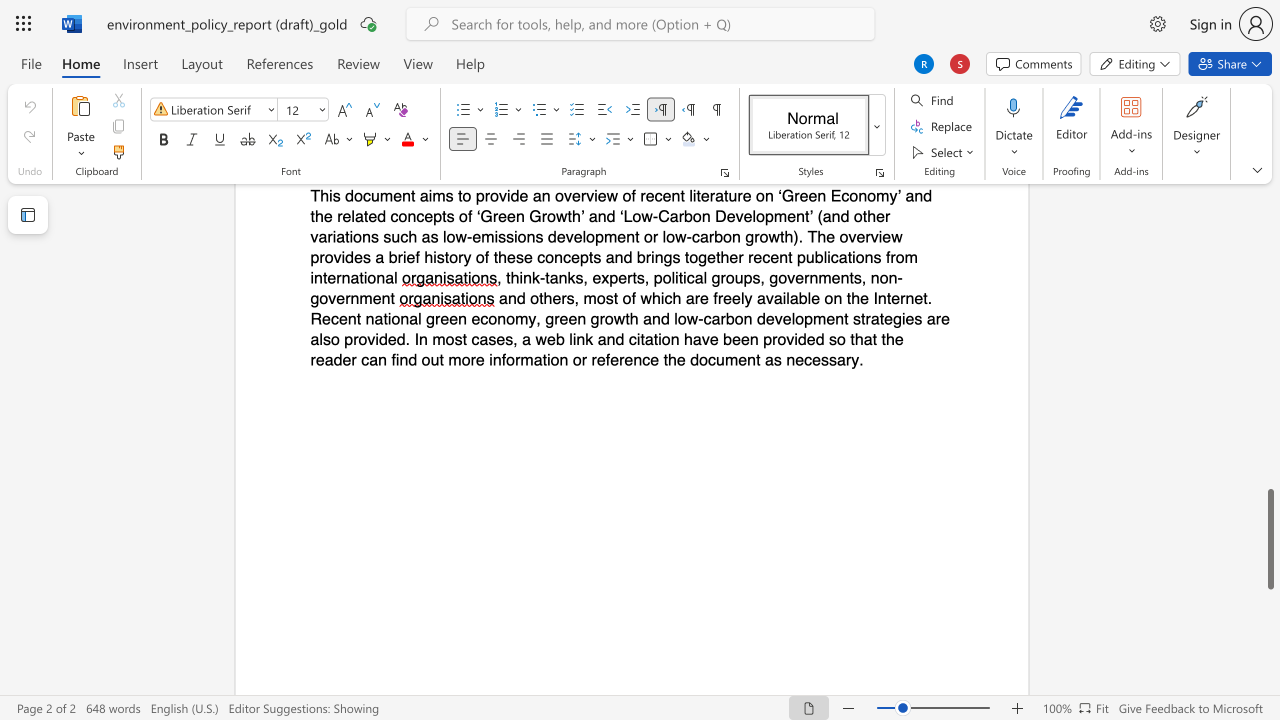  Describe the element at coordinates (1269, 258) in the screenshot. I see `the scrollbar to move the content higher` at that location.